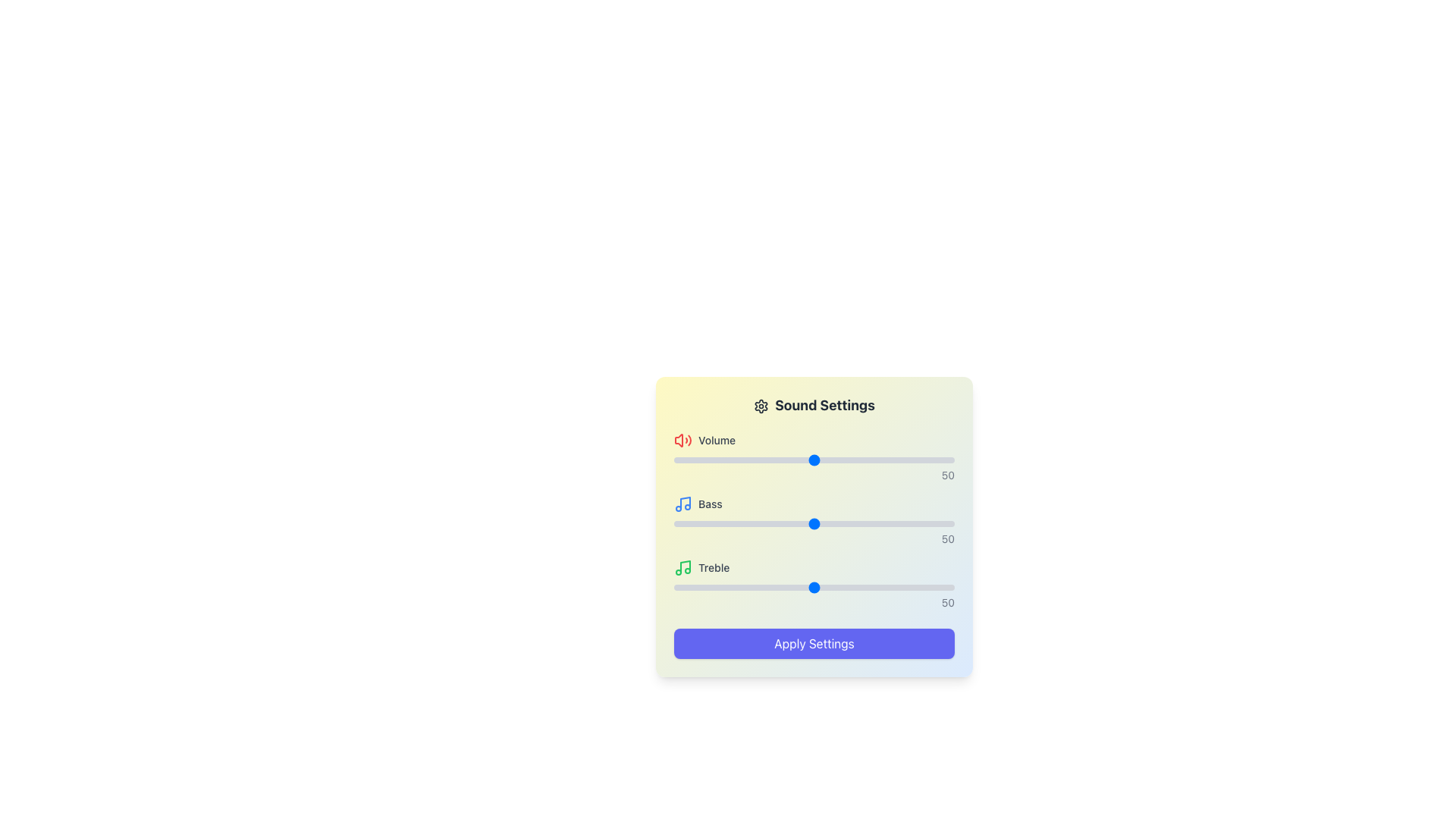 The image size is (1456, 819). I want to click on the bass level, so click(791, 522).